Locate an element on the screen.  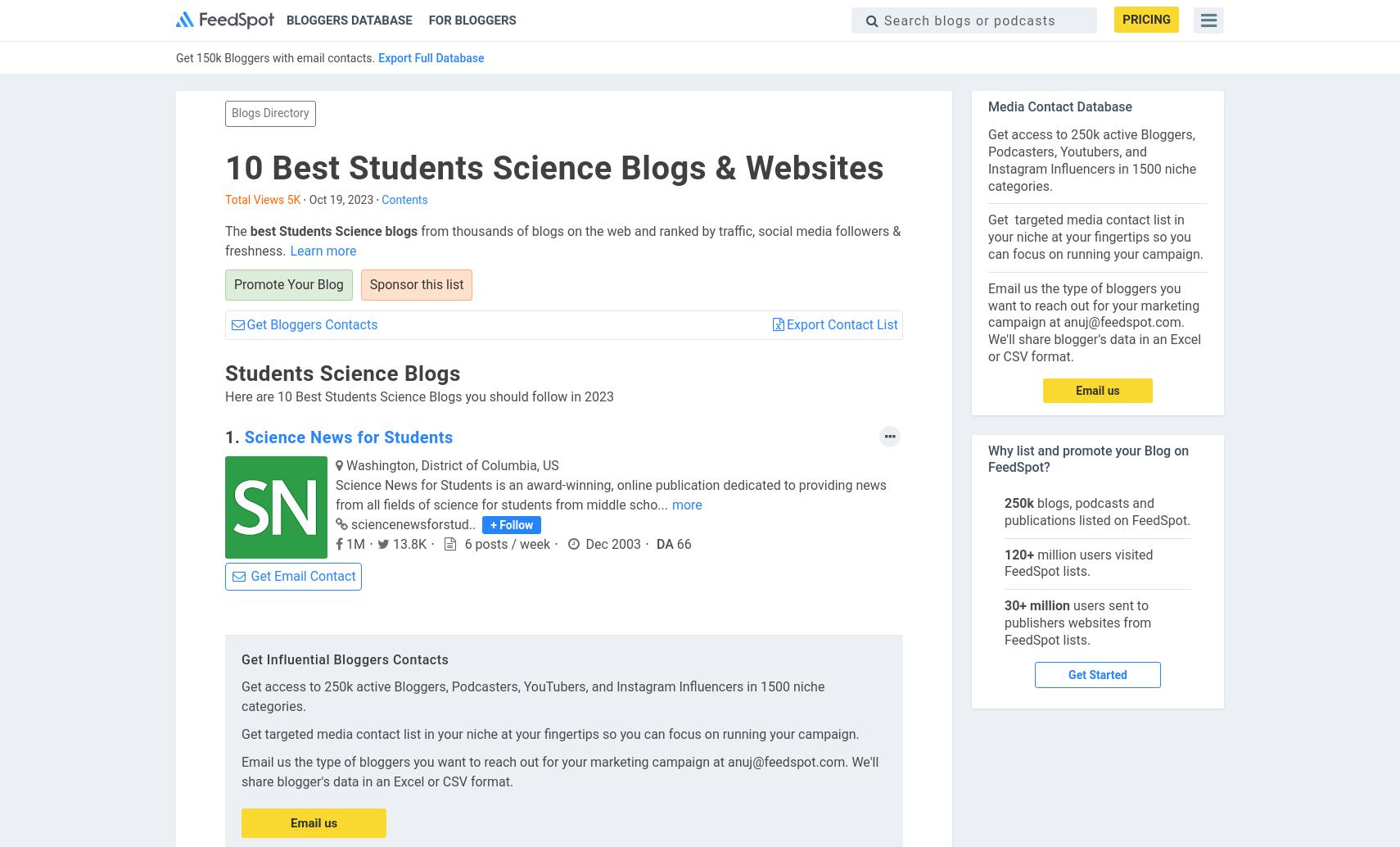
'more' is located at coordinates (686, 505).